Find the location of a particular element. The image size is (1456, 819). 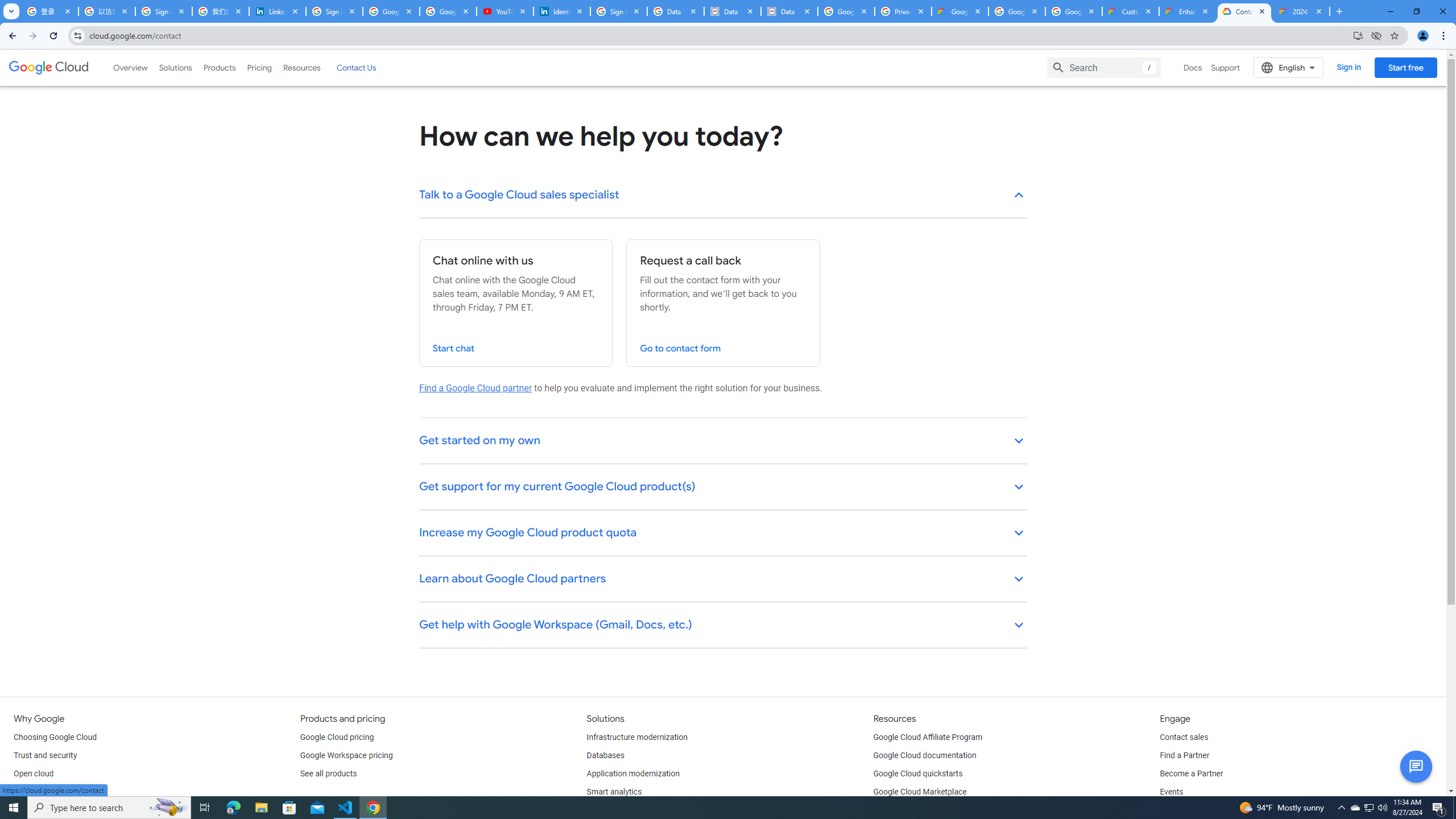

'Search tabs' is located at coordinates (11, 11).